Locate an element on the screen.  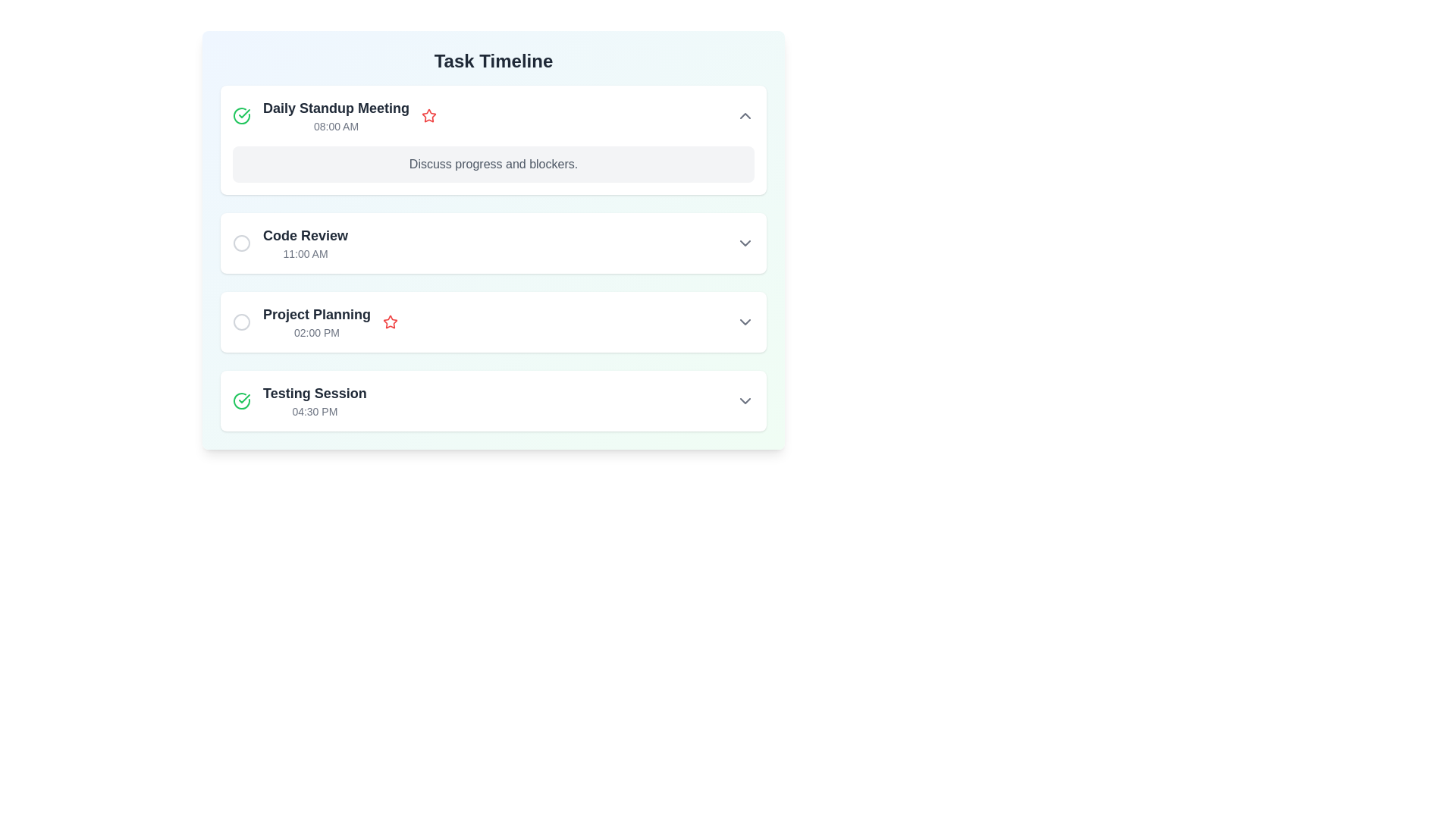
the icons associated with the first task entry in the task list located below the 'Task Timeline' header to mark or update its status is located at coordinates (334, 115).